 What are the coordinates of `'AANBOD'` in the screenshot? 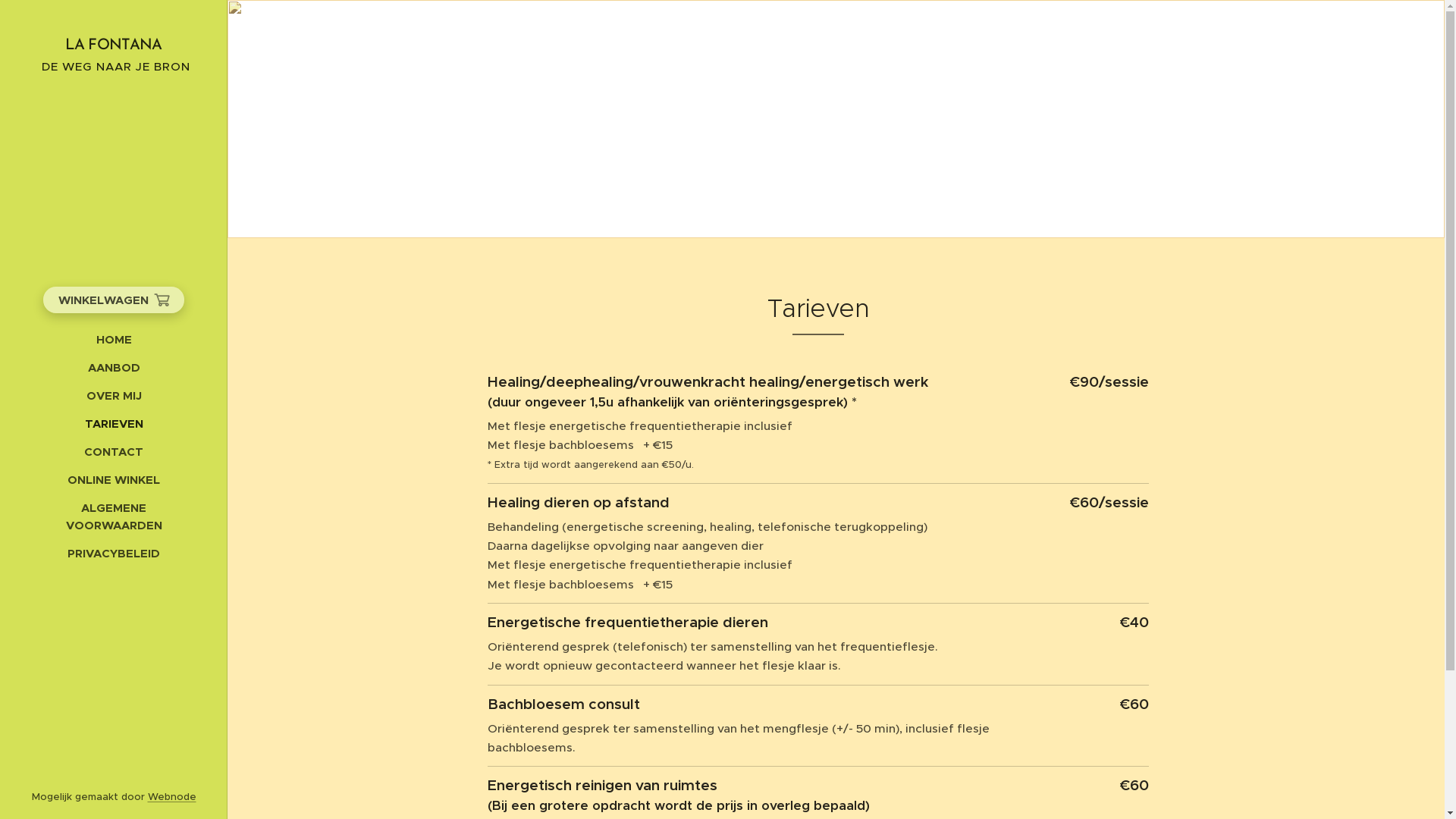 It's located at (112, 367).